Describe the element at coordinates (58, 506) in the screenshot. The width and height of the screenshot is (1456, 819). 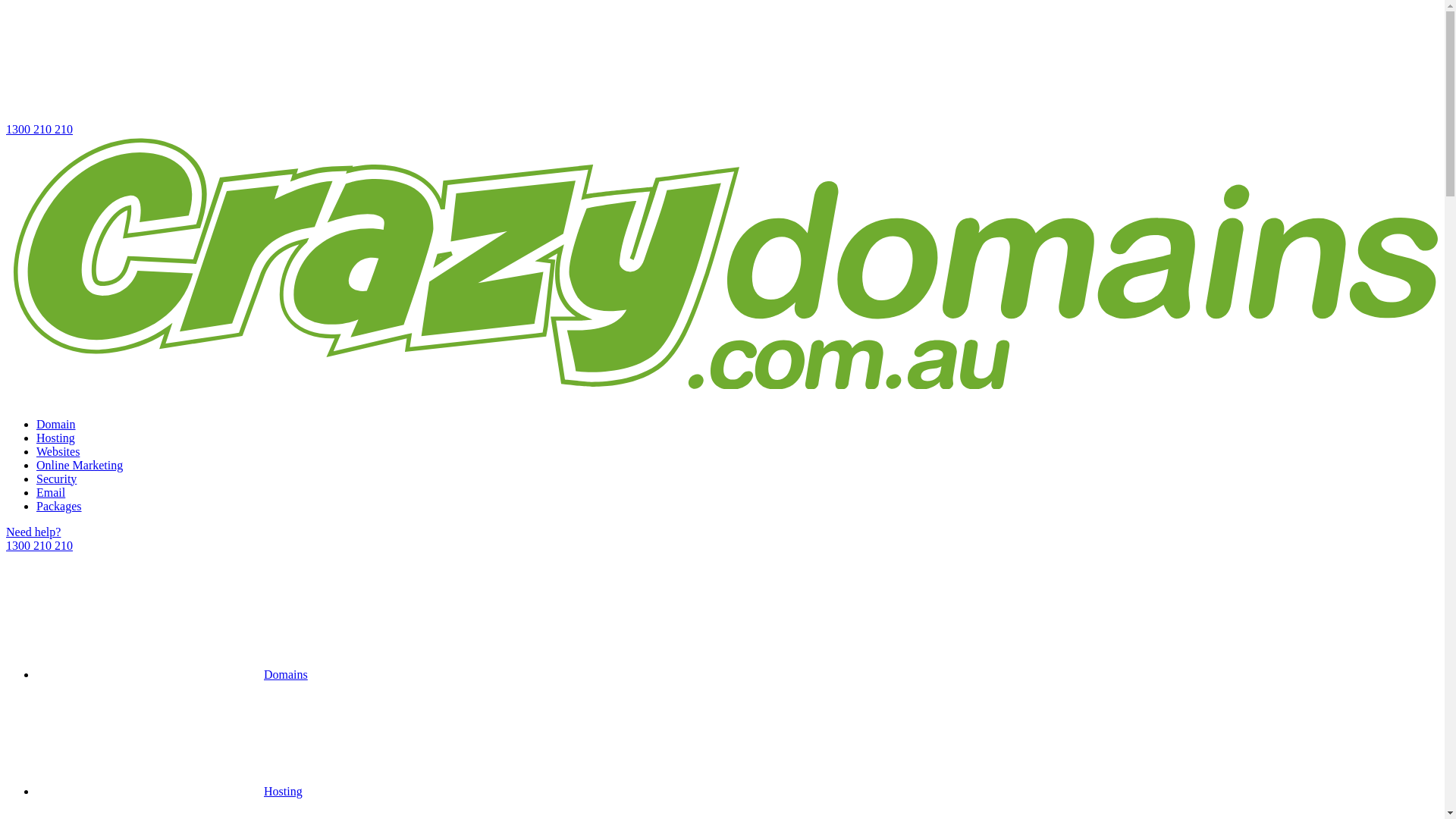
I see `'Packages'` at that location.